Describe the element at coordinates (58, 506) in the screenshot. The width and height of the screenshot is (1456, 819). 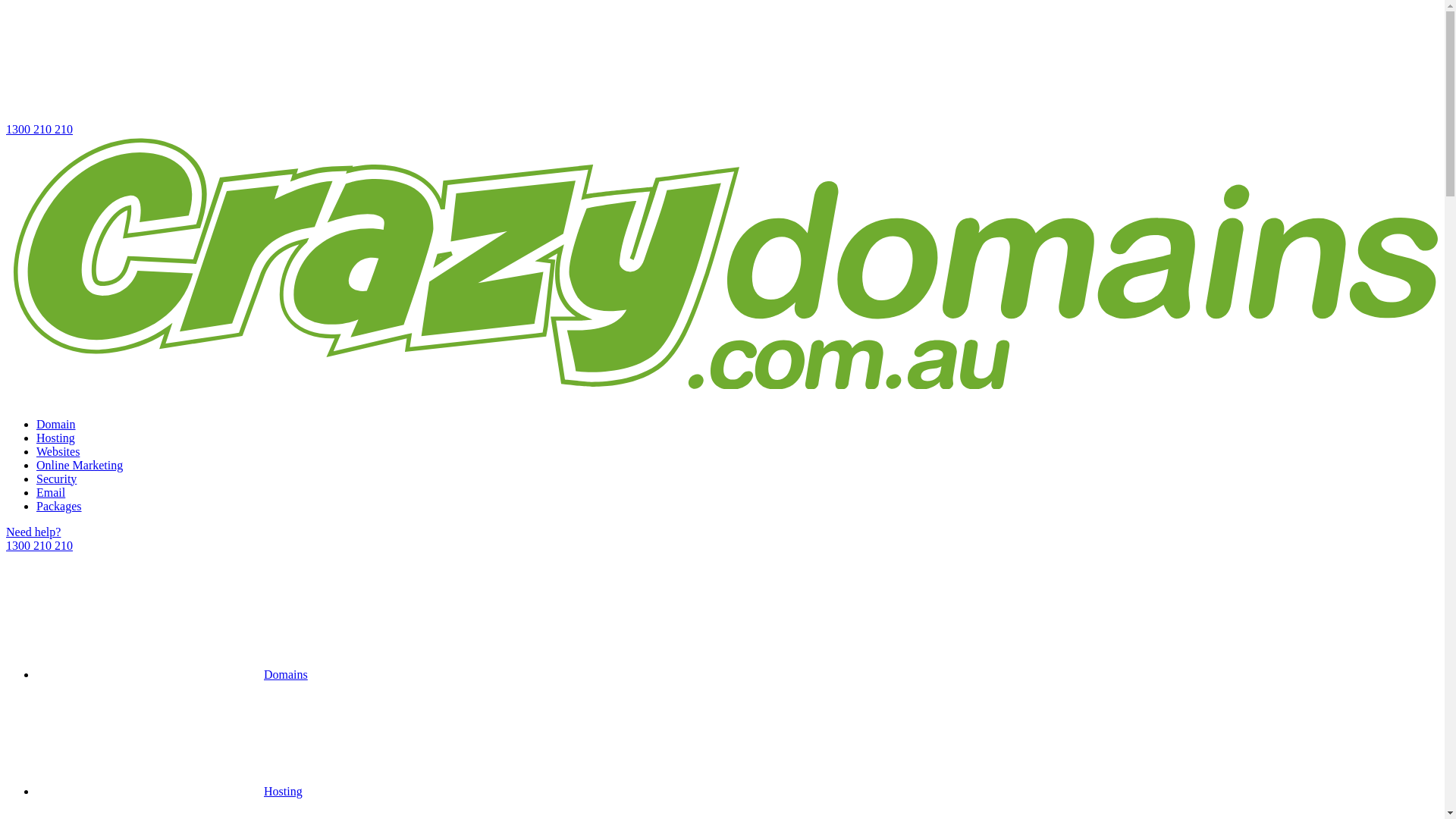
I see `'Packages'` at that location.